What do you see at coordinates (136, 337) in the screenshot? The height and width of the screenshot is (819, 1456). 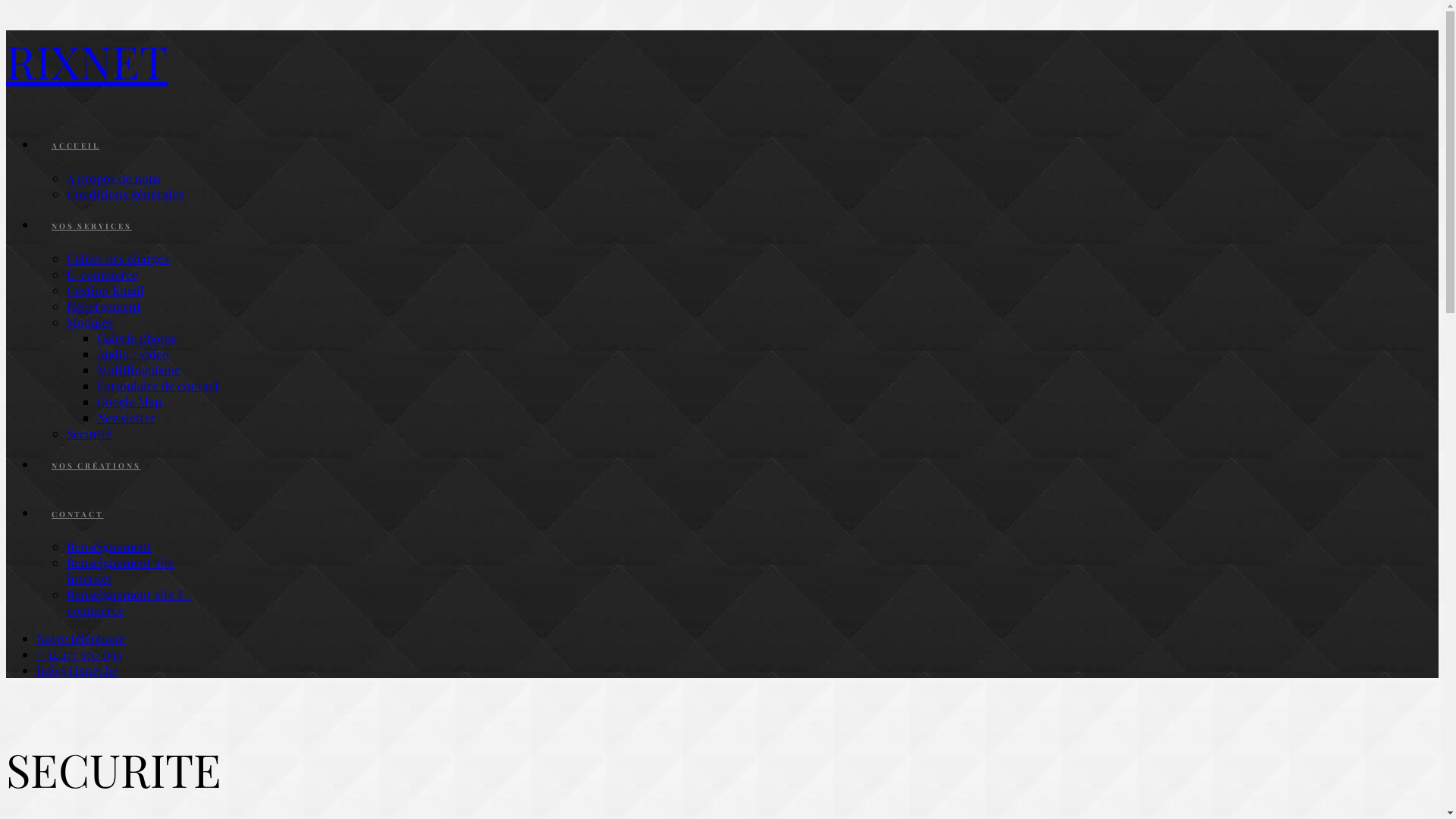 I see `'Galerie photos'` at bounding box center [136, 337].